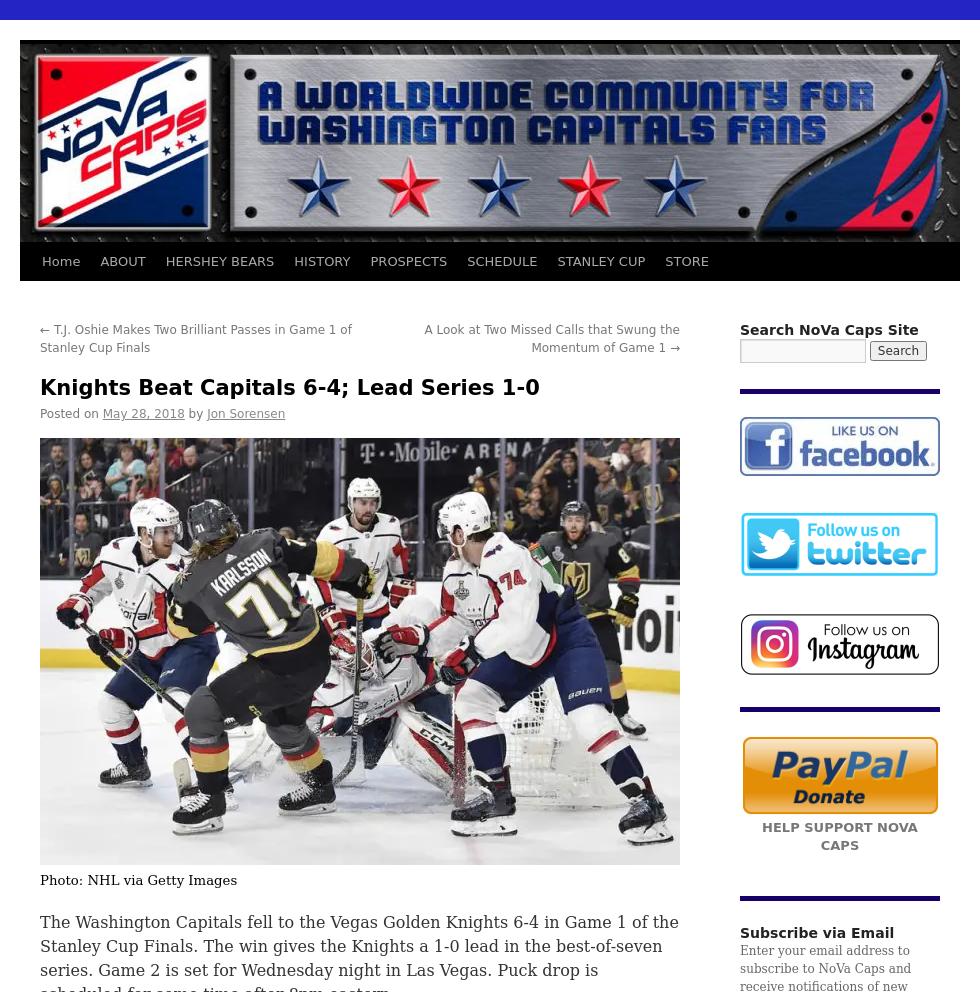 This screenshot has height=992, width=980. I want to click on 'T.J. Oshie Makes Two Brilliant Passes in Game 1 of Stanley Cup Finals', so click(195, 337).